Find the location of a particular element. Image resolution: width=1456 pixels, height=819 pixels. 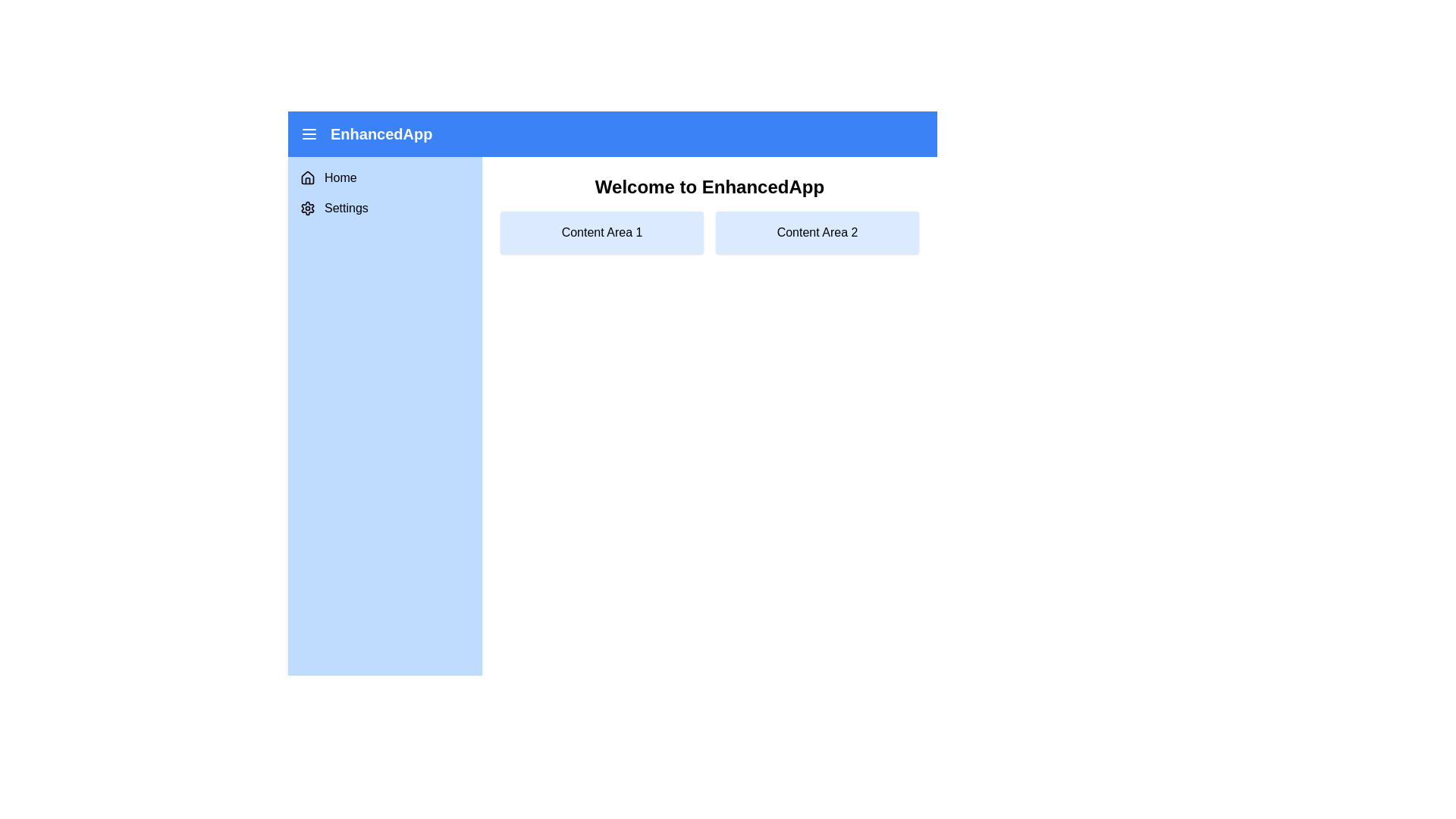

the static content block with a light blue background containing the text 'Content Area 1' is located at coordinates (601, 233).